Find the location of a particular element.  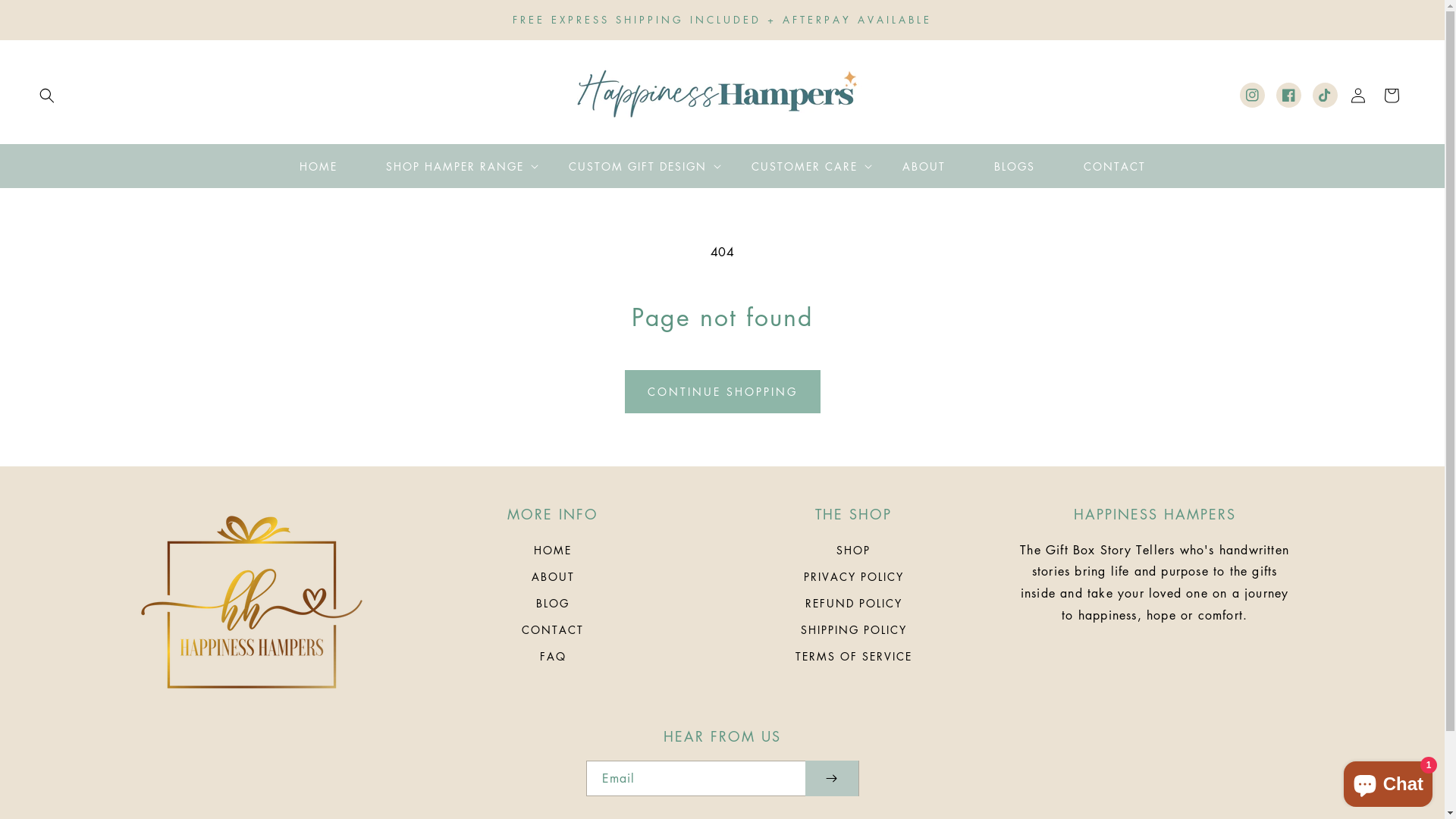

'SHOP' is located at coordinates (853, 552).